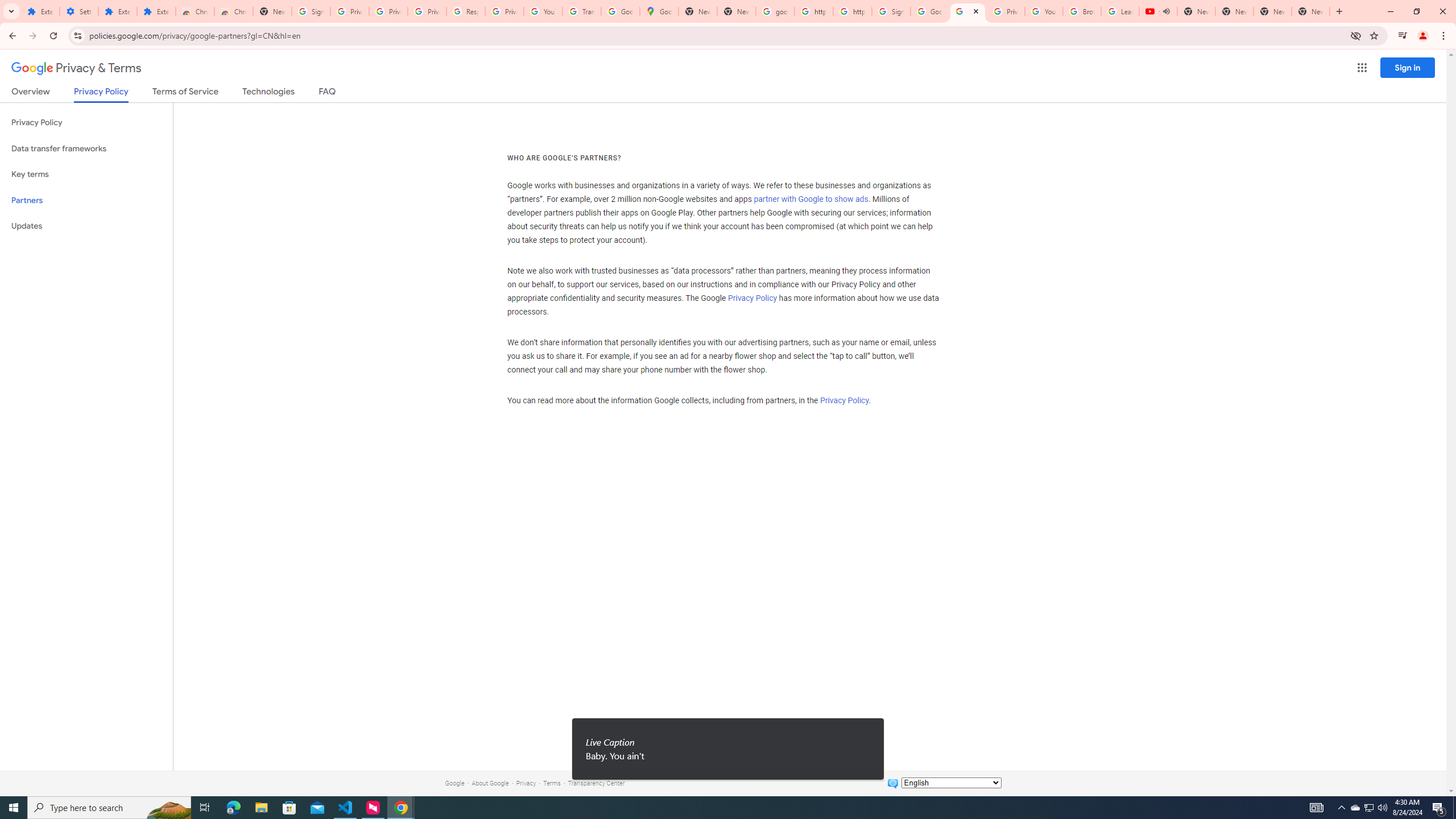 The width and height of the screenshot is (1456, 819). What do you see at coordinates (1043, 11) in the screenshot?
I see `'YouTube'` at bounding box center [1043, 11].